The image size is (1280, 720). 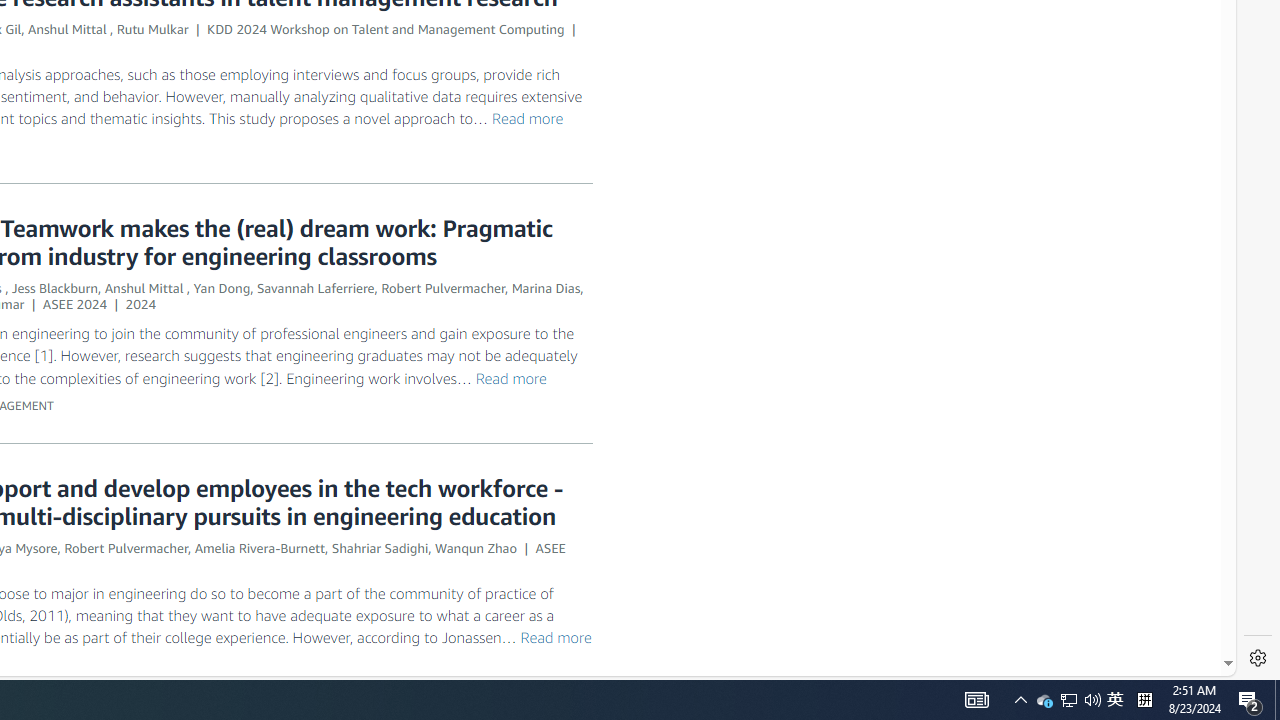 What do you see at coordinates (55, 288) in the screenshot?
I see `'Jess Blackburn'` at bounding box center [55, 288].